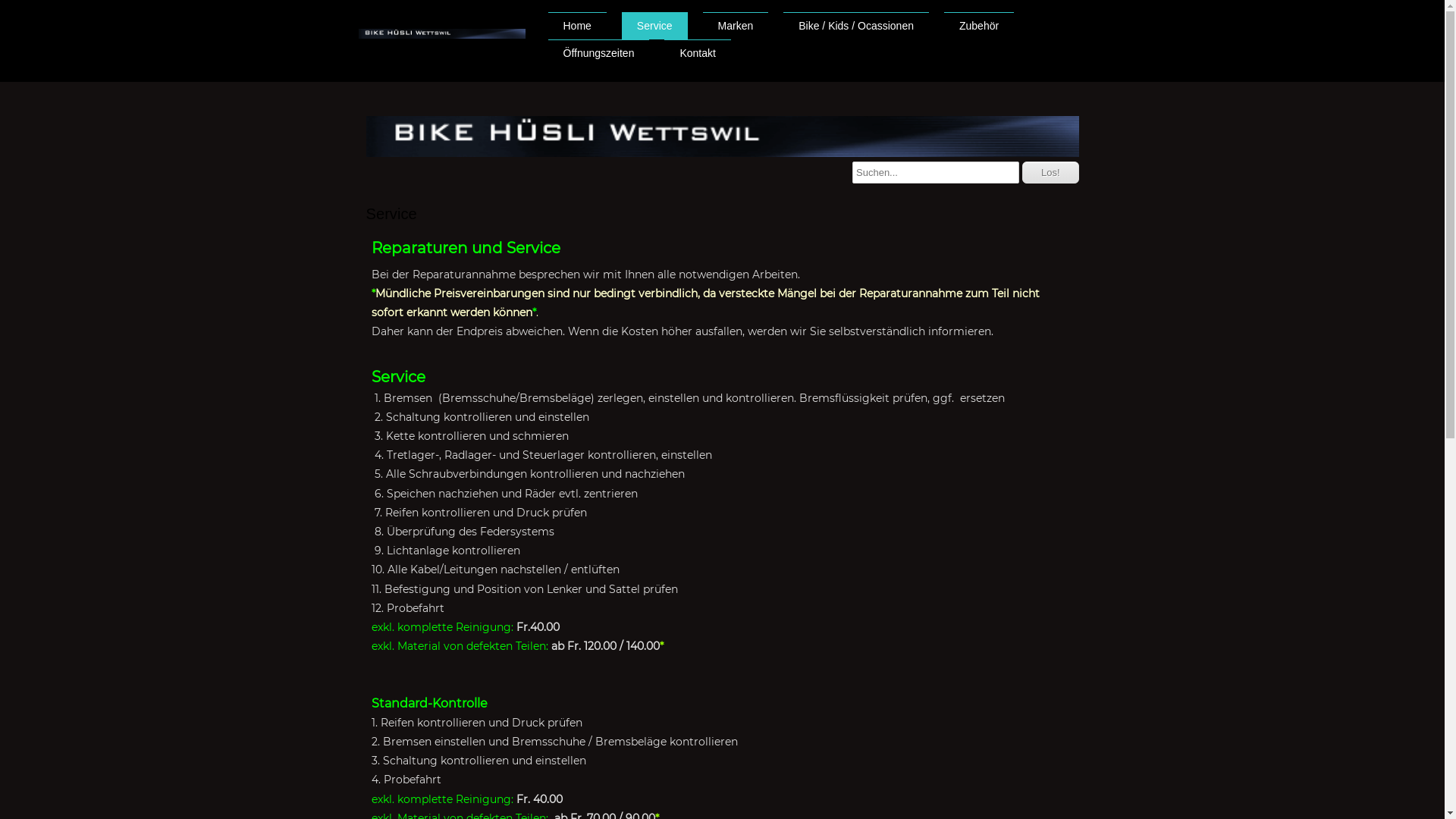 The width and height of the screenshot is (1456, 819). I want to click on 'Home', so click(546, 26).